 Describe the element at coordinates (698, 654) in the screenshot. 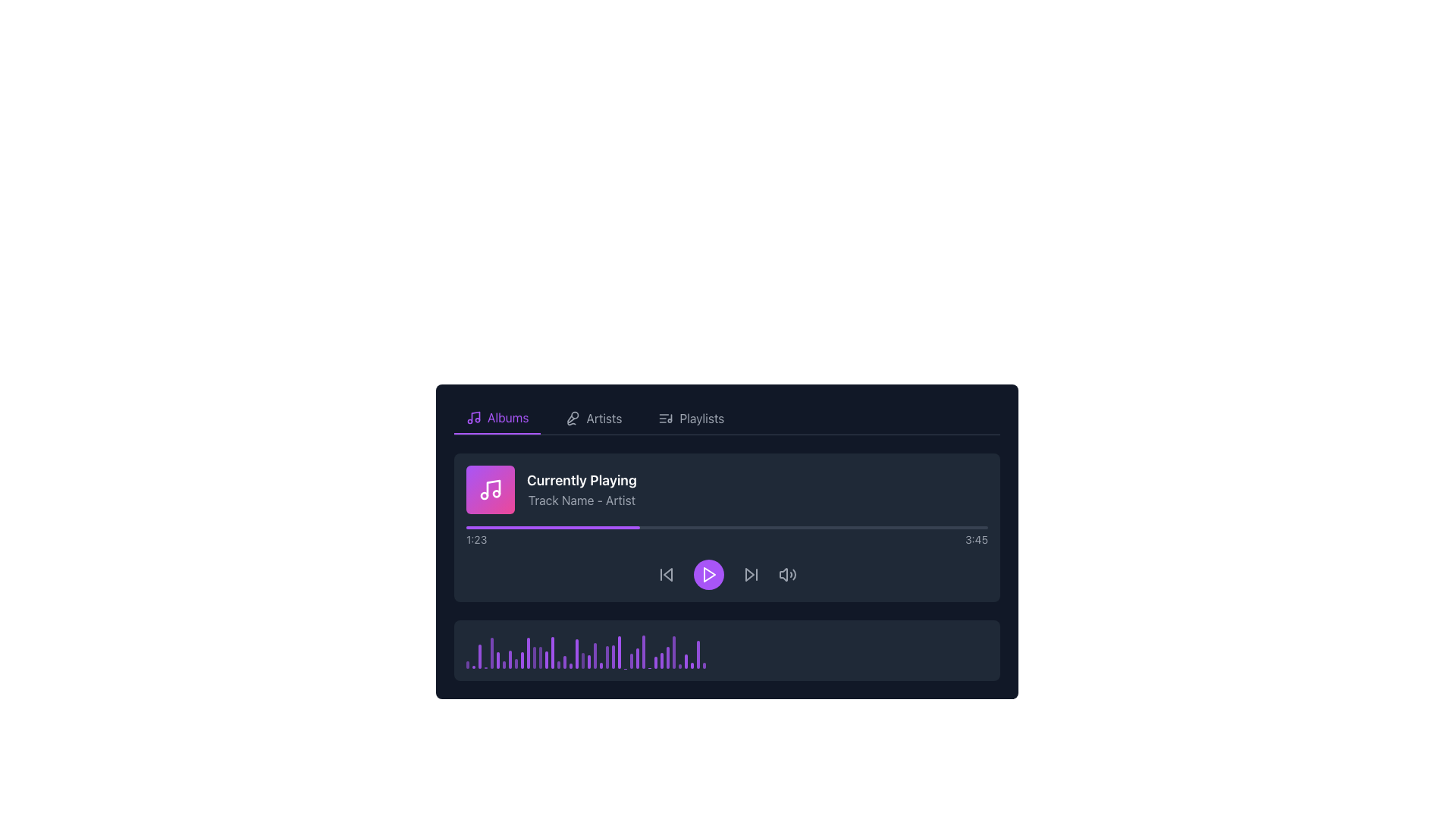

I see `the thin vertical purple bar with rounded edges located at the lower section of the interface beneath the playback controls` at that location.